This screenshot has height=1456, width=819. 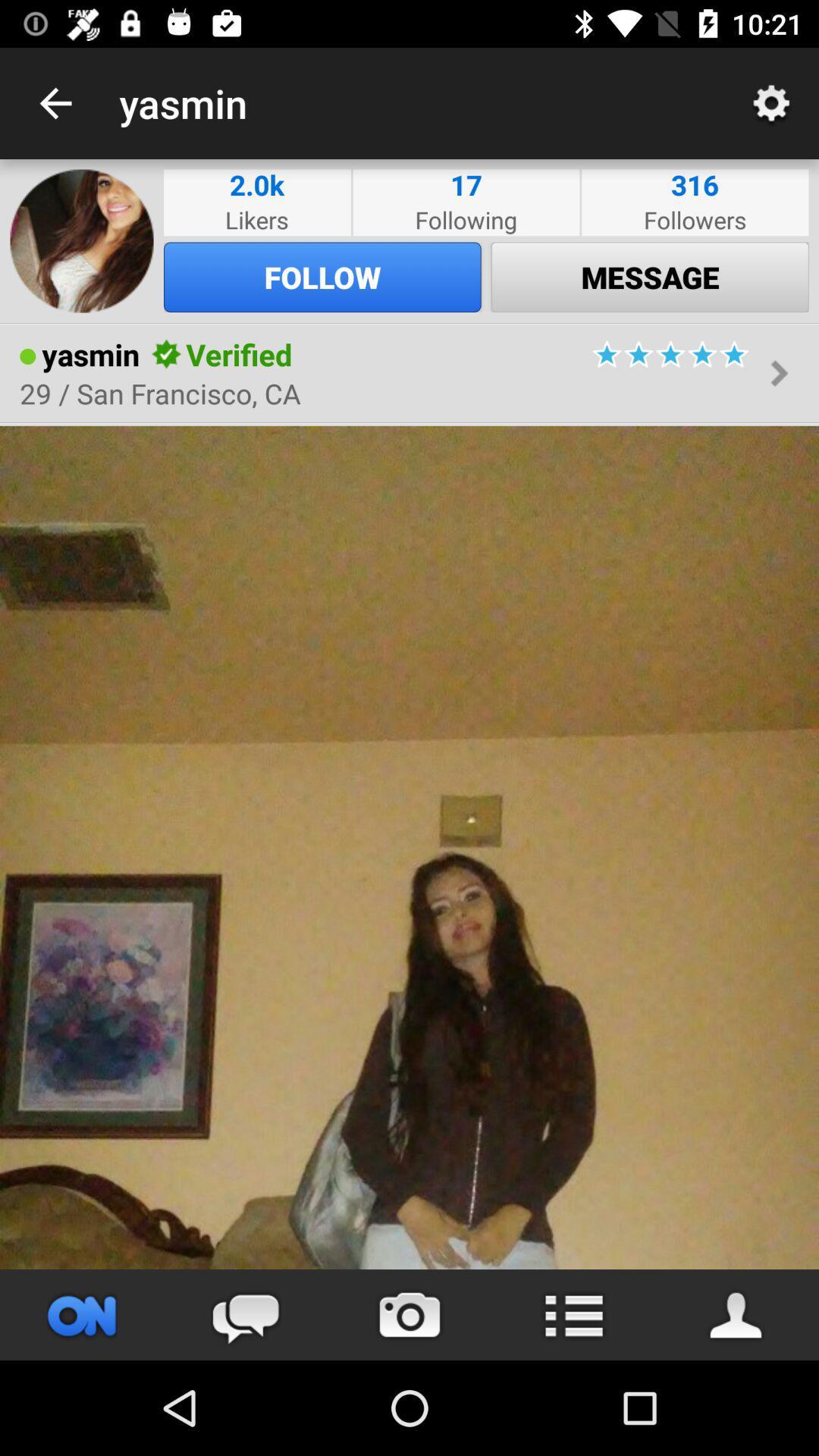 I want to click on the chat icon, so click(x=245, y=1314).